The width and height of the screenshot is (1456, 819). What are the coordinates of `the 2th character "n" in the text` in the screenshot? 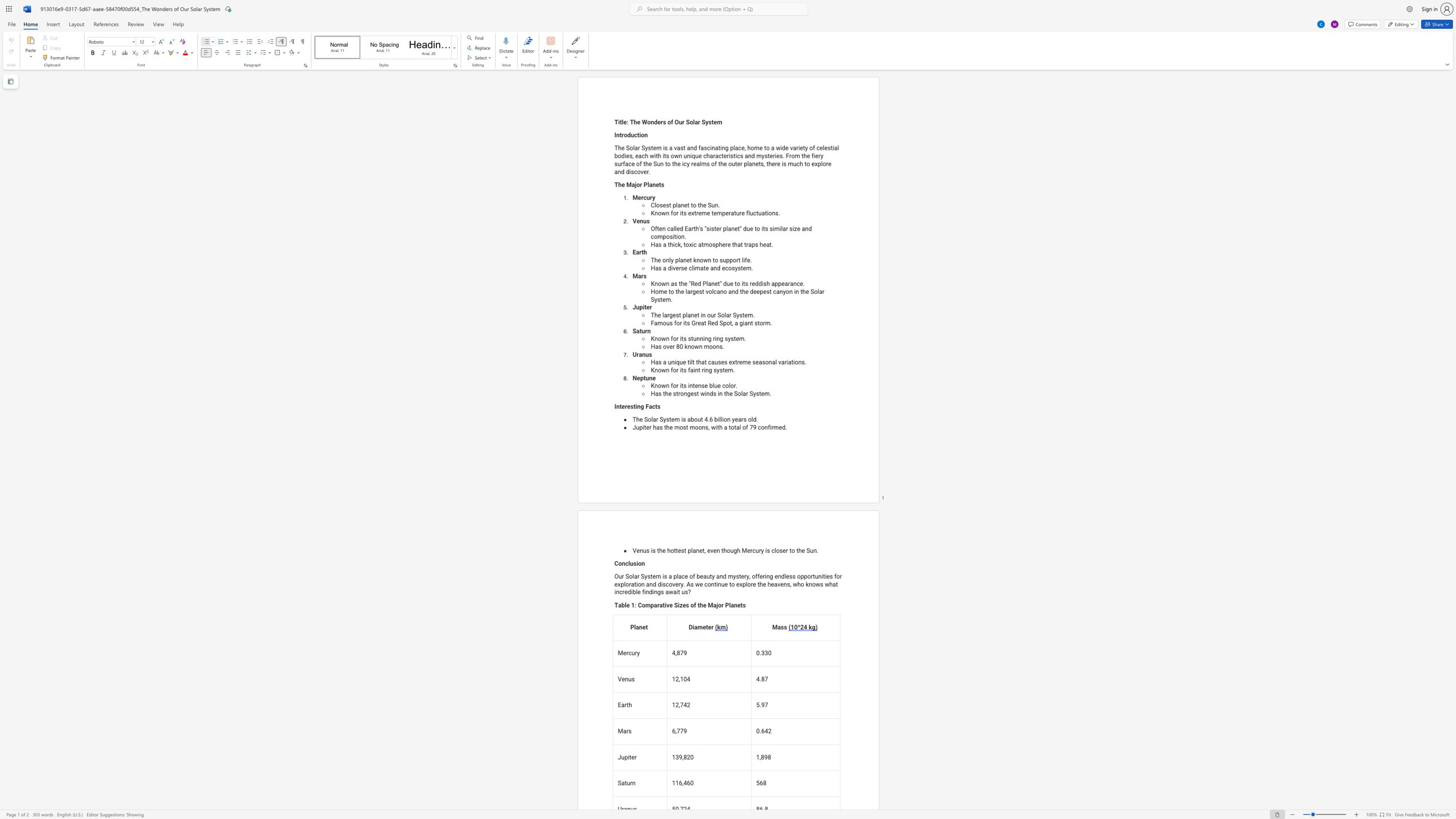 It's located at (700, 346).